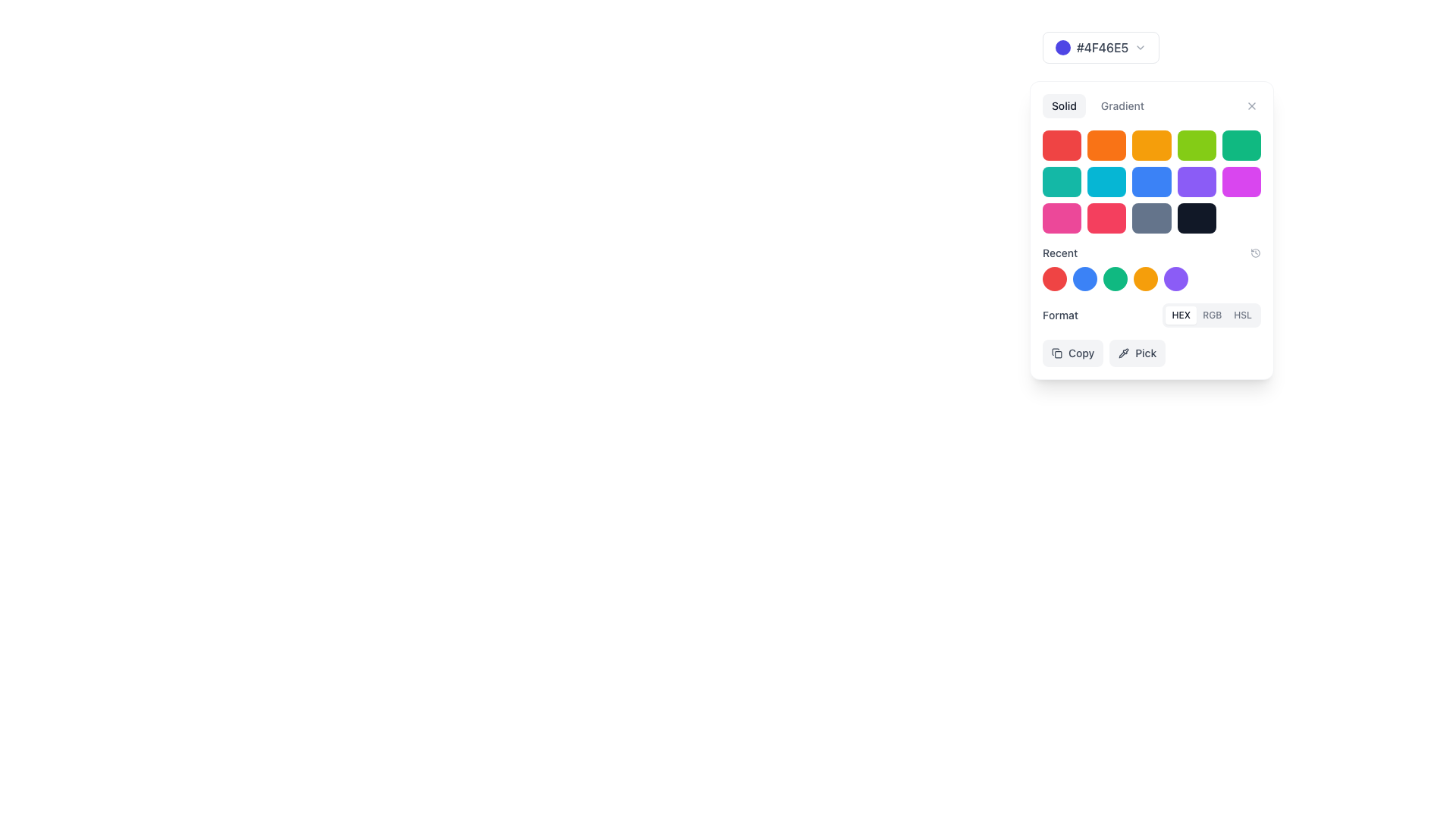 Image resolution: width=1456 pixels, height=819 pixels. I want to click on the orange button with rounded corners located in the 3rd position of the top row of a 5-column grid layout, so click(1150, 146).